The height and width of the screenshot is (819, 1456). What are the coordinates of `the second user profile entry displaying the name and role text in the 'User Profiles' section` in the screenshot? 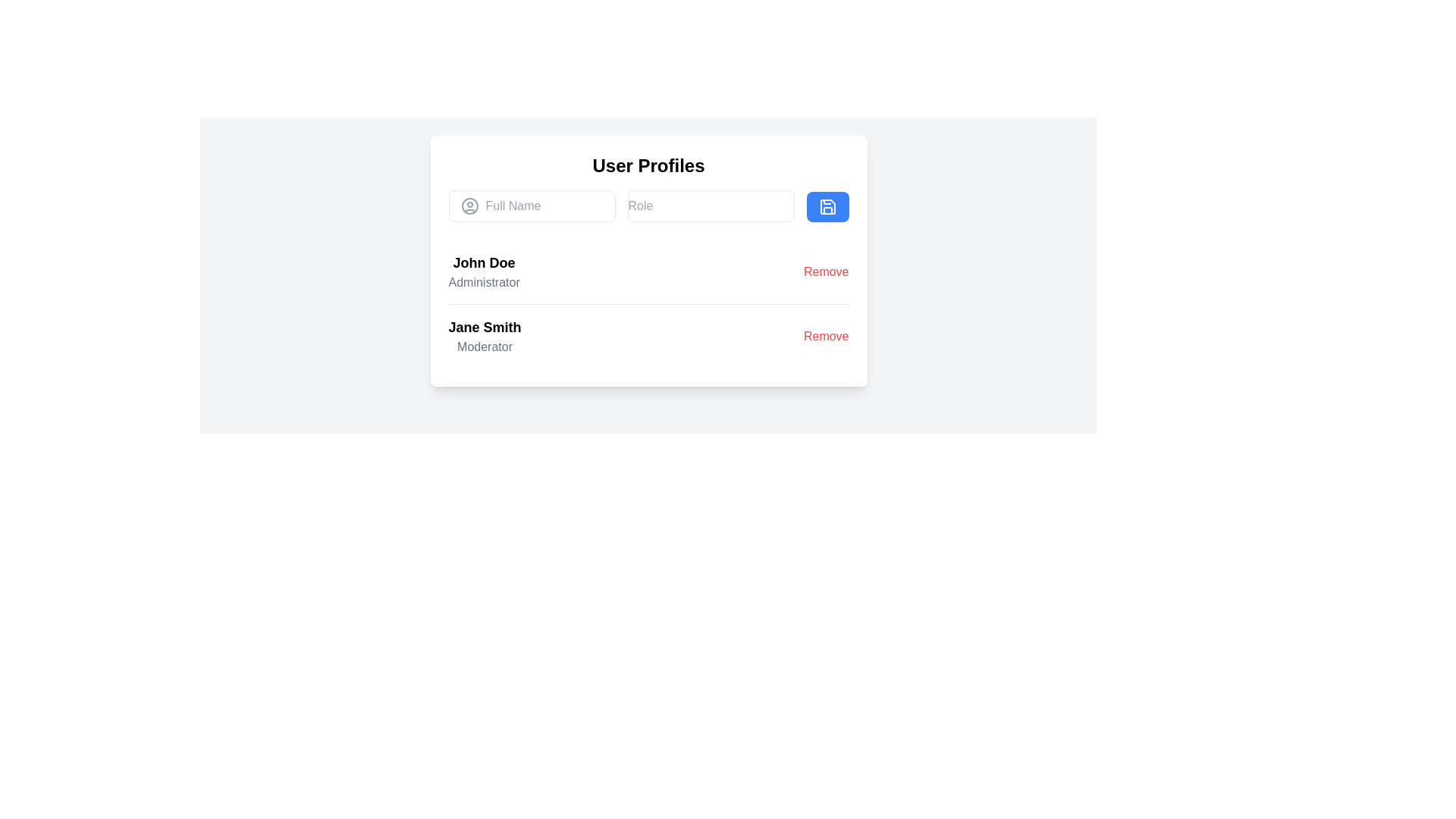 It's located at (484, 335).